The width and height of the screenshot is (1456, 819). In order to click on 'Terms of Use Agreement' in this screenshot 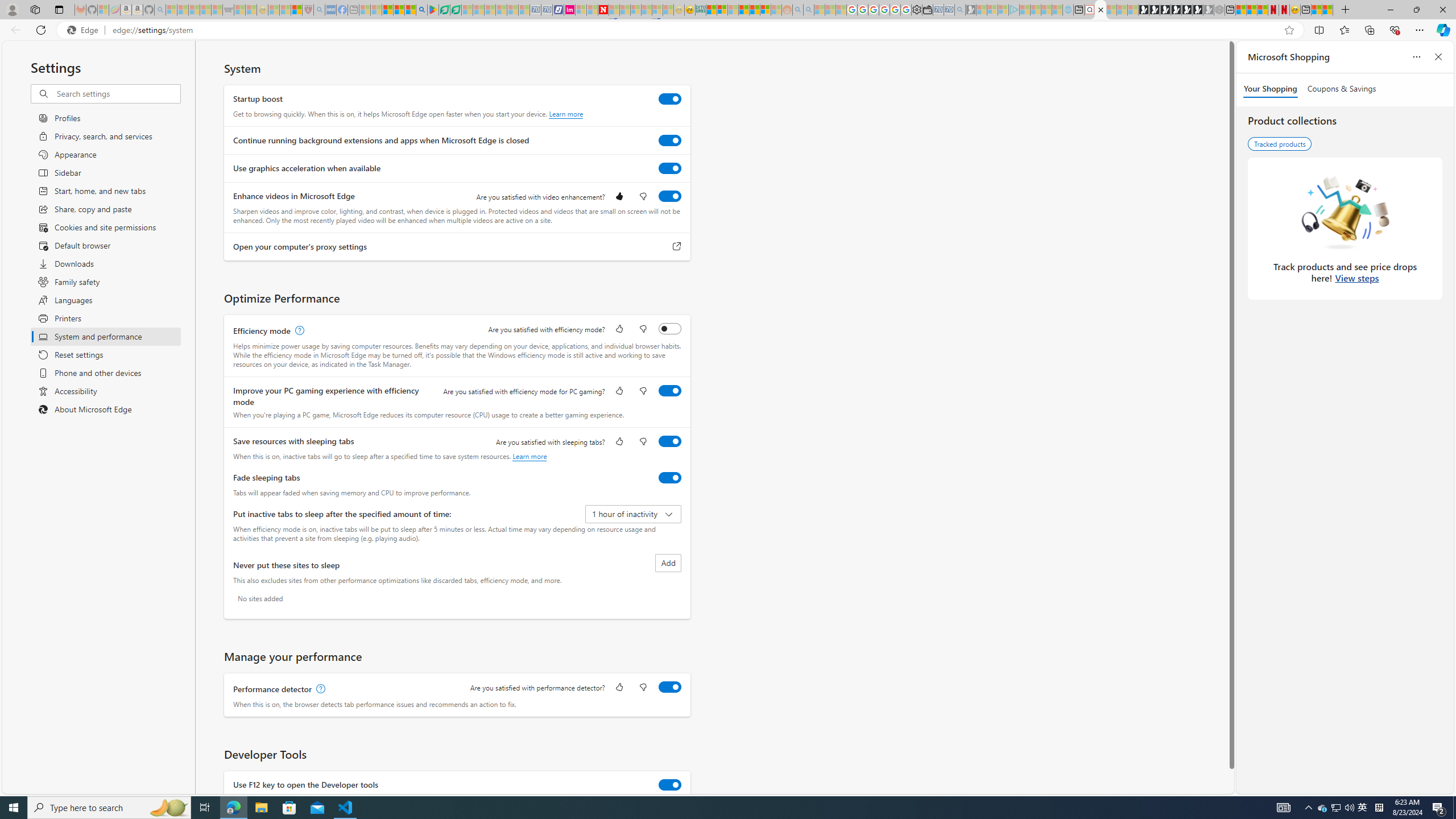, I will do `click(443, 9)`.